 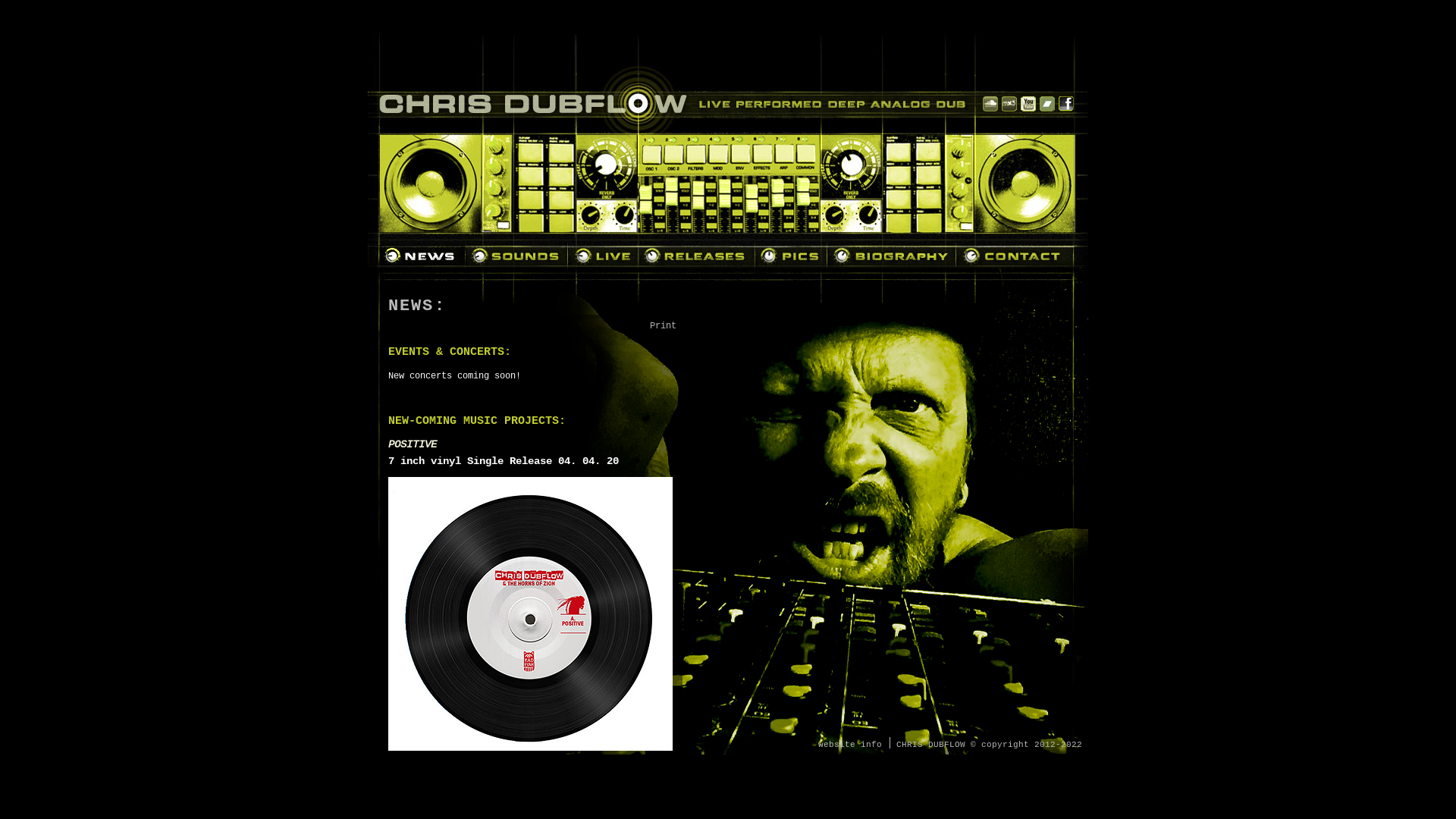 I want to click on 'LIVE', so click(x=602, y=256).